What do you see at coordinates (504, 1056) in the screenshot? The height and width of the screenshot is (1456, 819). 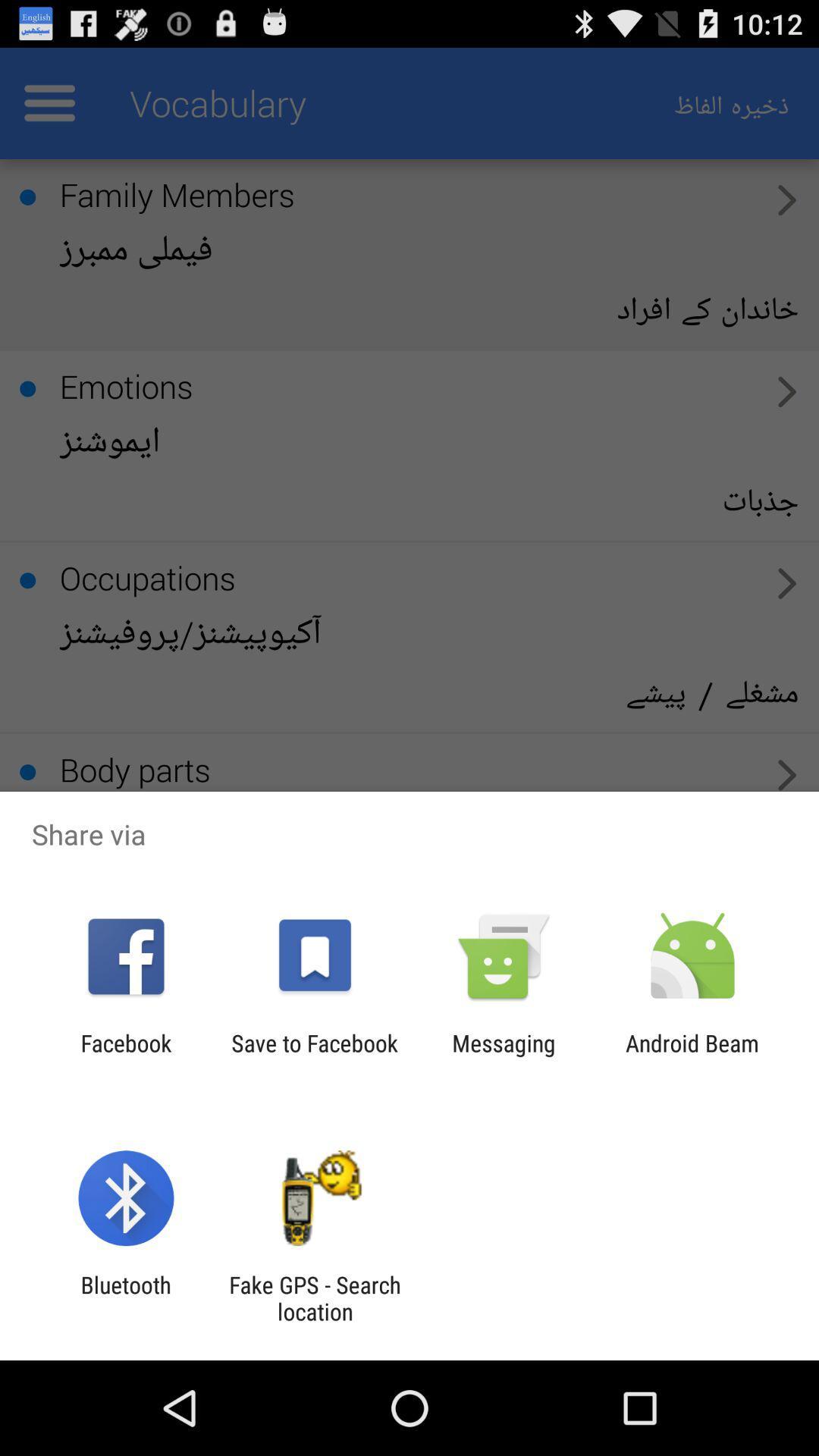 I see `the item next to android beam app` at bounding box center [504, 1056].